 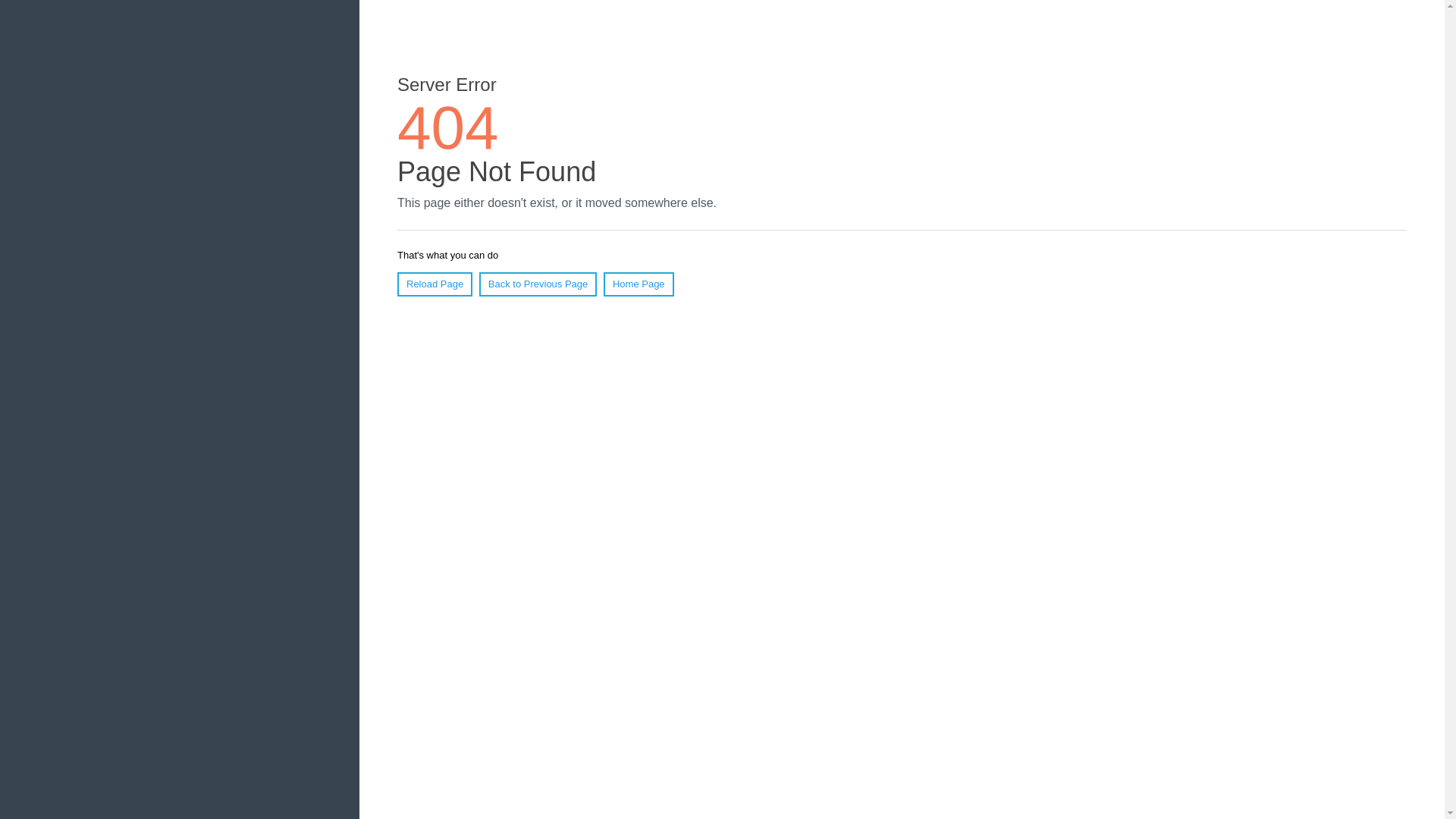 What do you see at coordinates (479, 284) in the screenshot?
I see `'Back to Previous Page'` at bounding box center [479, 284].